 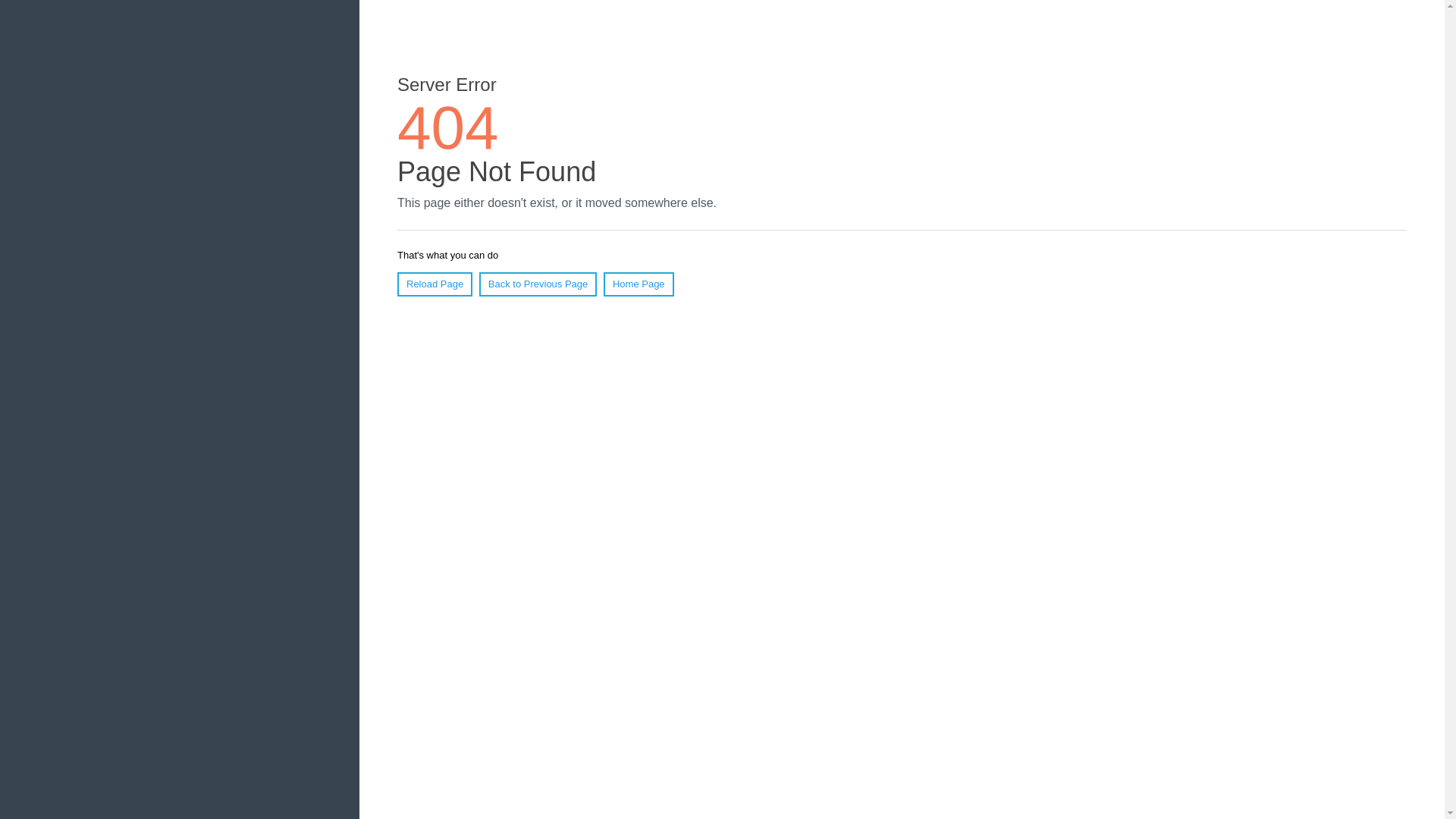 What do you see at coordinates (479, 284) in the screenshot?
I see `'Back to Previous Page'` at bounding box center [479, 284].